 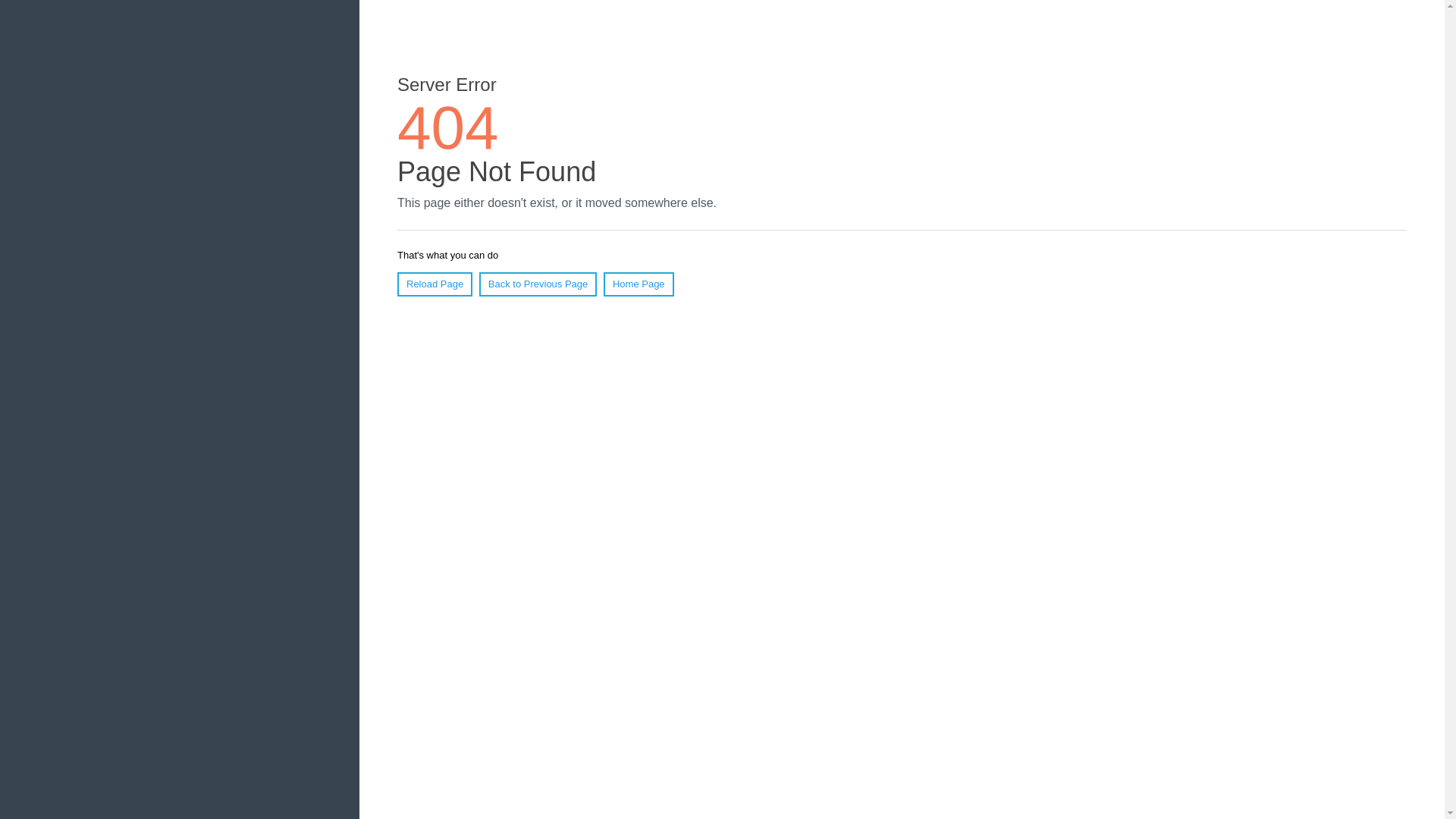 What do you see at coordinates (479, 284) in the screenshot?
I see `'Back to Previous Page'` at bounding box center [479, 284].